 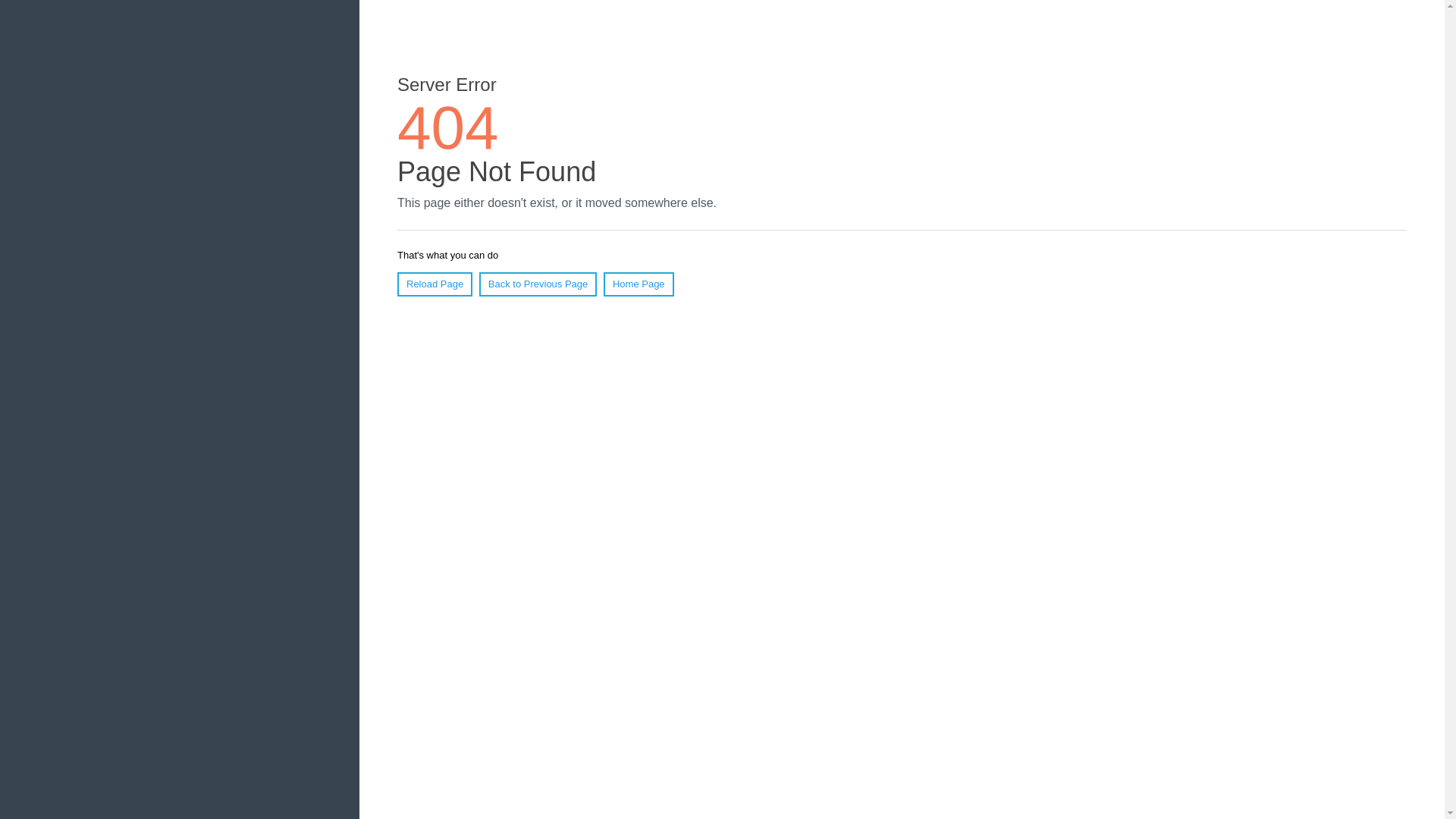 What do you see at coordinates (479, 284) in the screenshot?
I see `'Back to Previous Page'` at bounding box center [479, 284].